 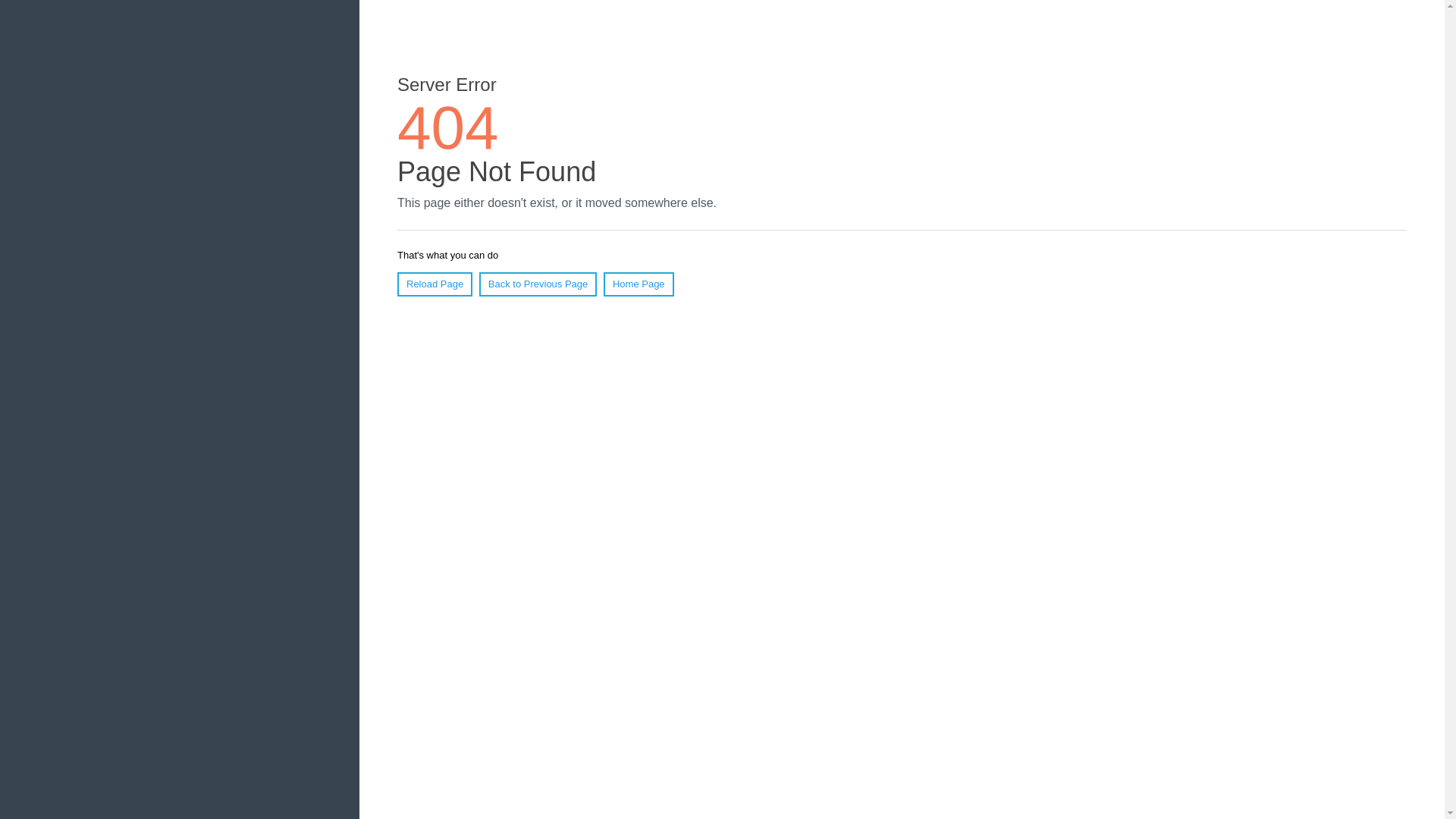 What do you see at coordinates (479, 284) in the screenshot?
I see `'Back to Previous Page'` at bounding box center [479, 284].